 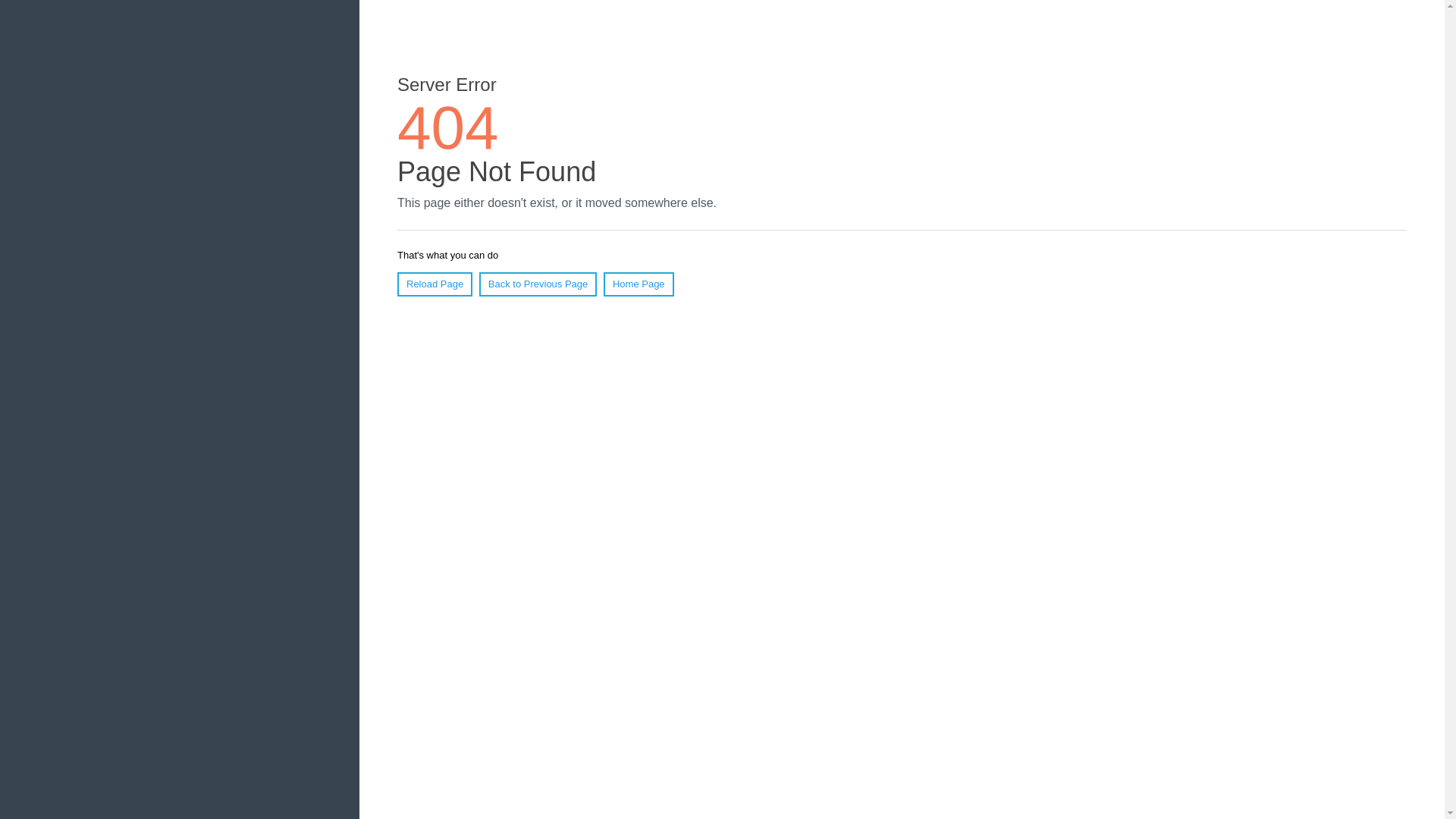 What do you see at coordinates (479, 284) in the screenshot?
I see `'Back to Previous Page'` at bounding box center [479, 284].